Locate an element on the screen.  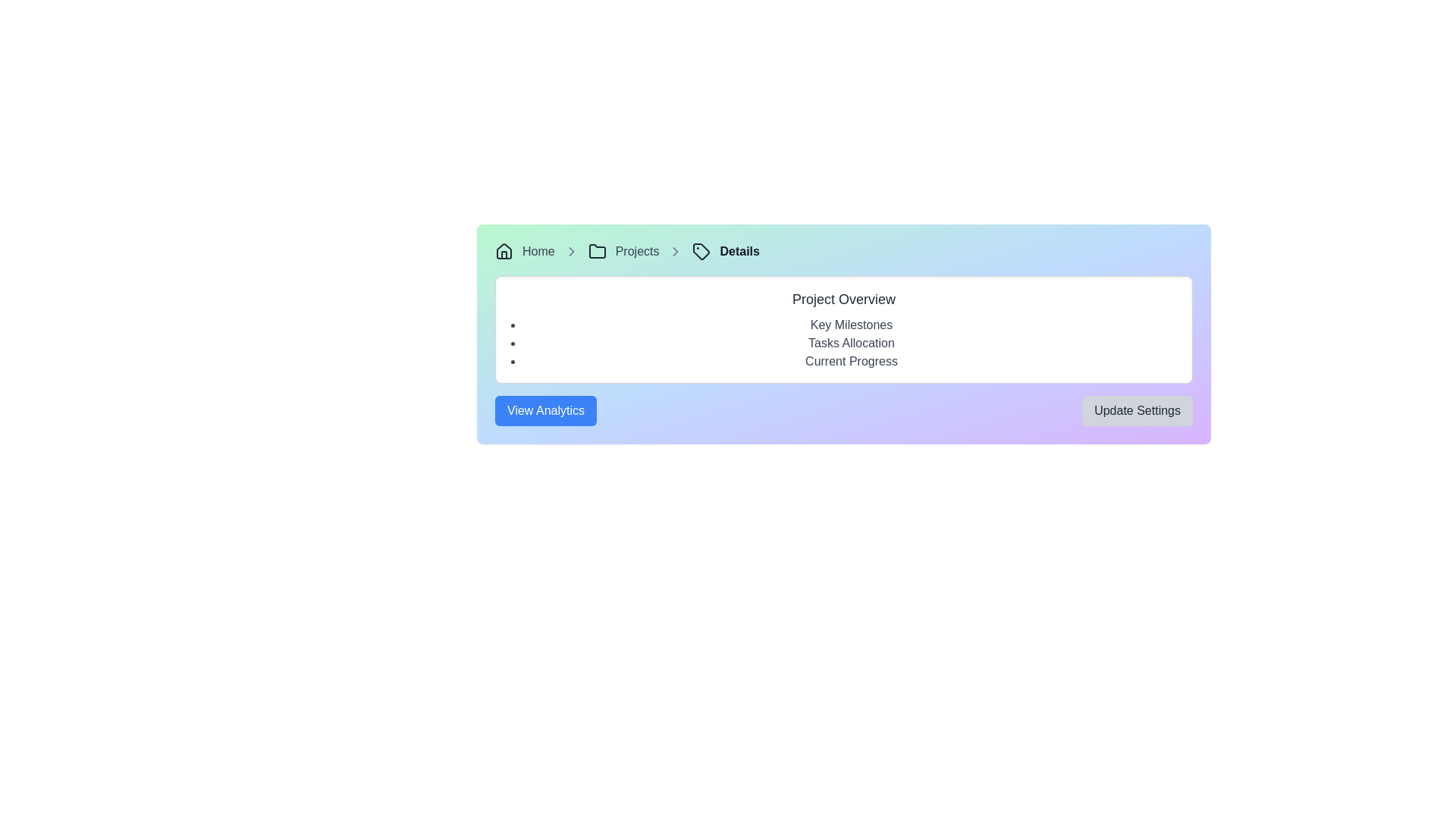
the 'Projects' icon in the breadcrumb navigation, which is located between a chevron icon and the text 'Projects' is located at coordinates (596, 250).